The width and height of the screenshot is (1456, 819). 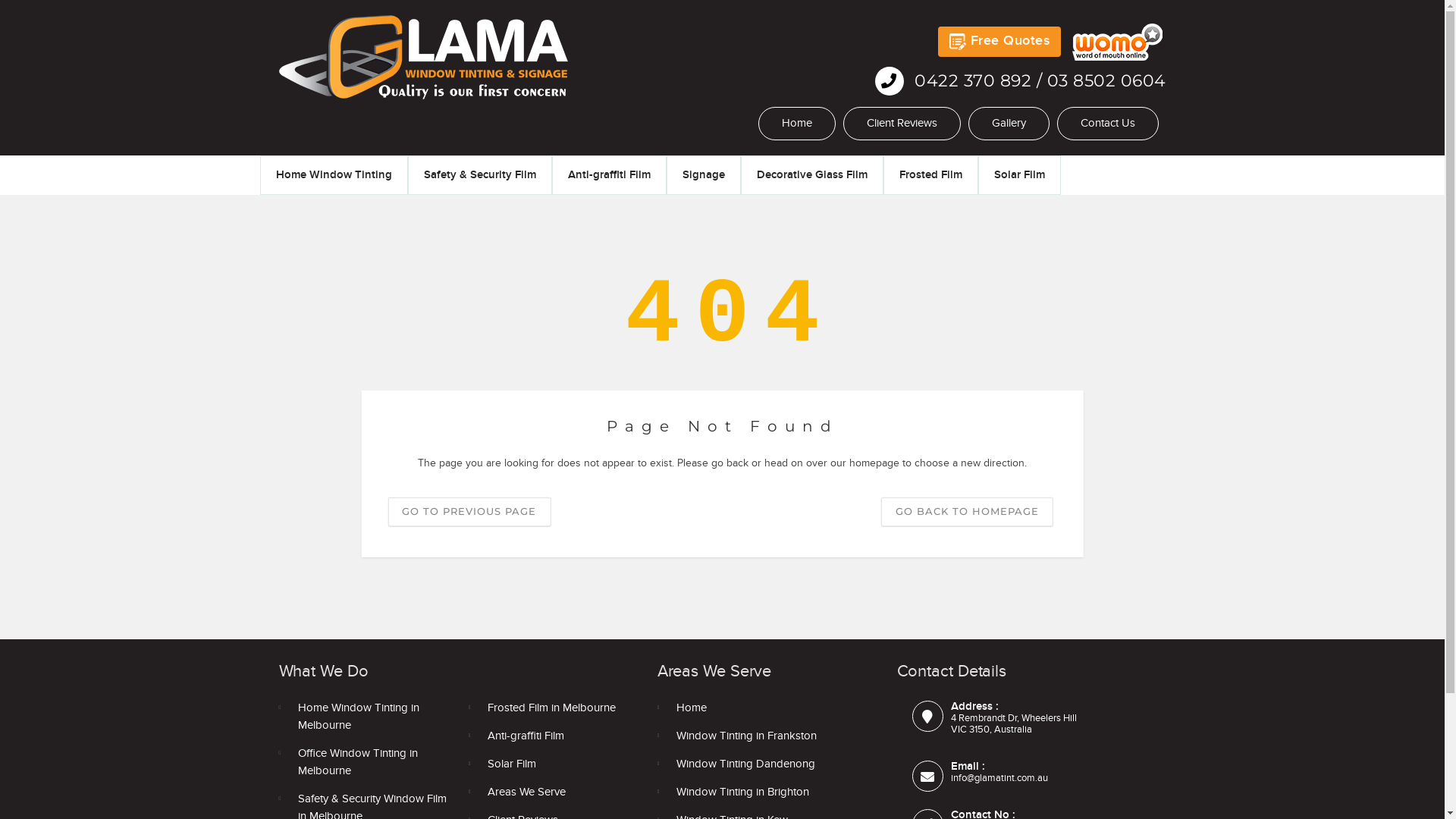 What do you see at coordinates (999, 778) in the screenshot?
I see `'info@glamatint.com.au'` at bounding box center [999, 778].